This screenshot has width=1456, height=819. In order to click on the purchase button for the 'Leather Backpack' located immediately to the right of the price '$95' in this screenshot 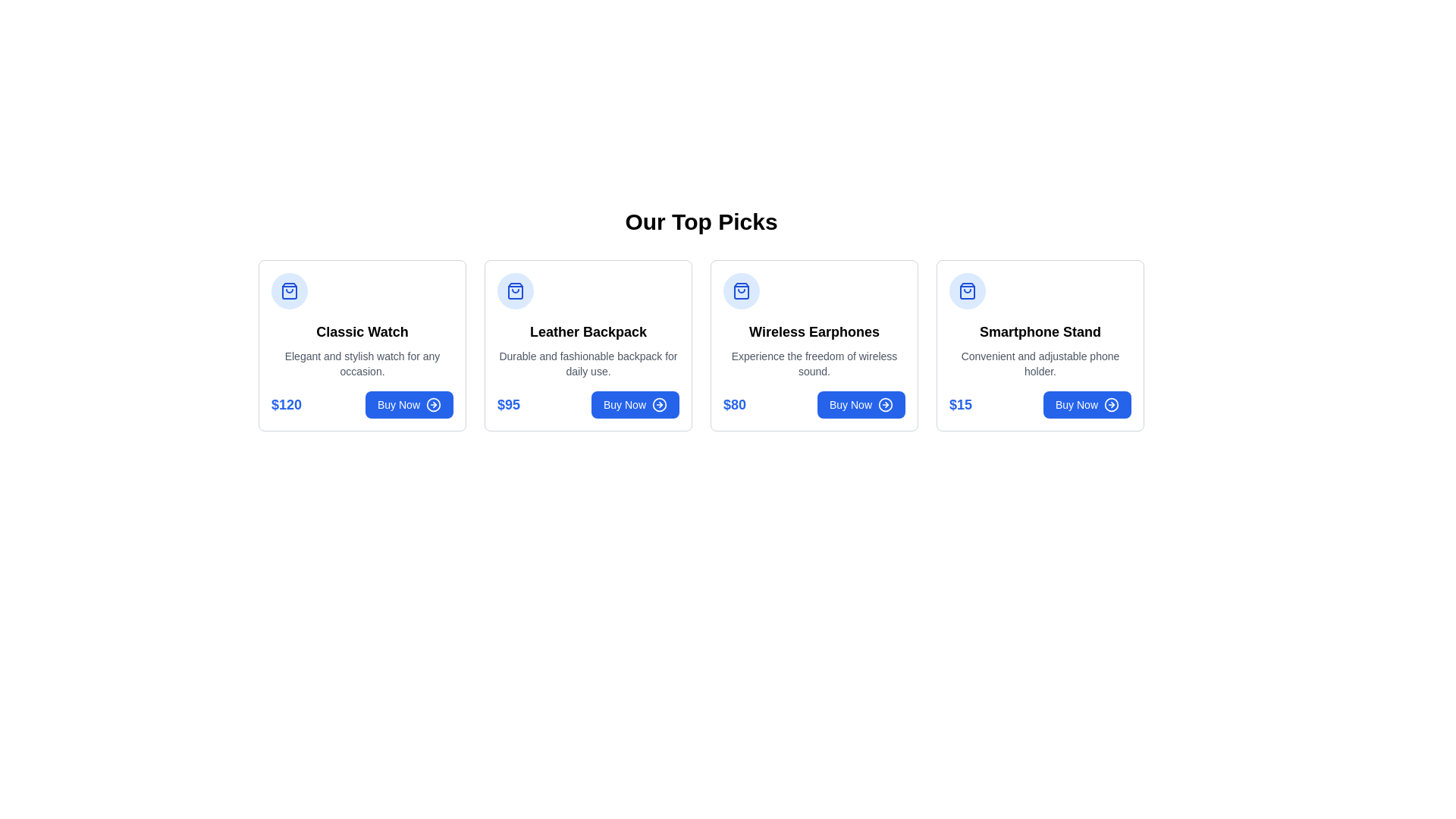, I will do `click(635, 403)`.